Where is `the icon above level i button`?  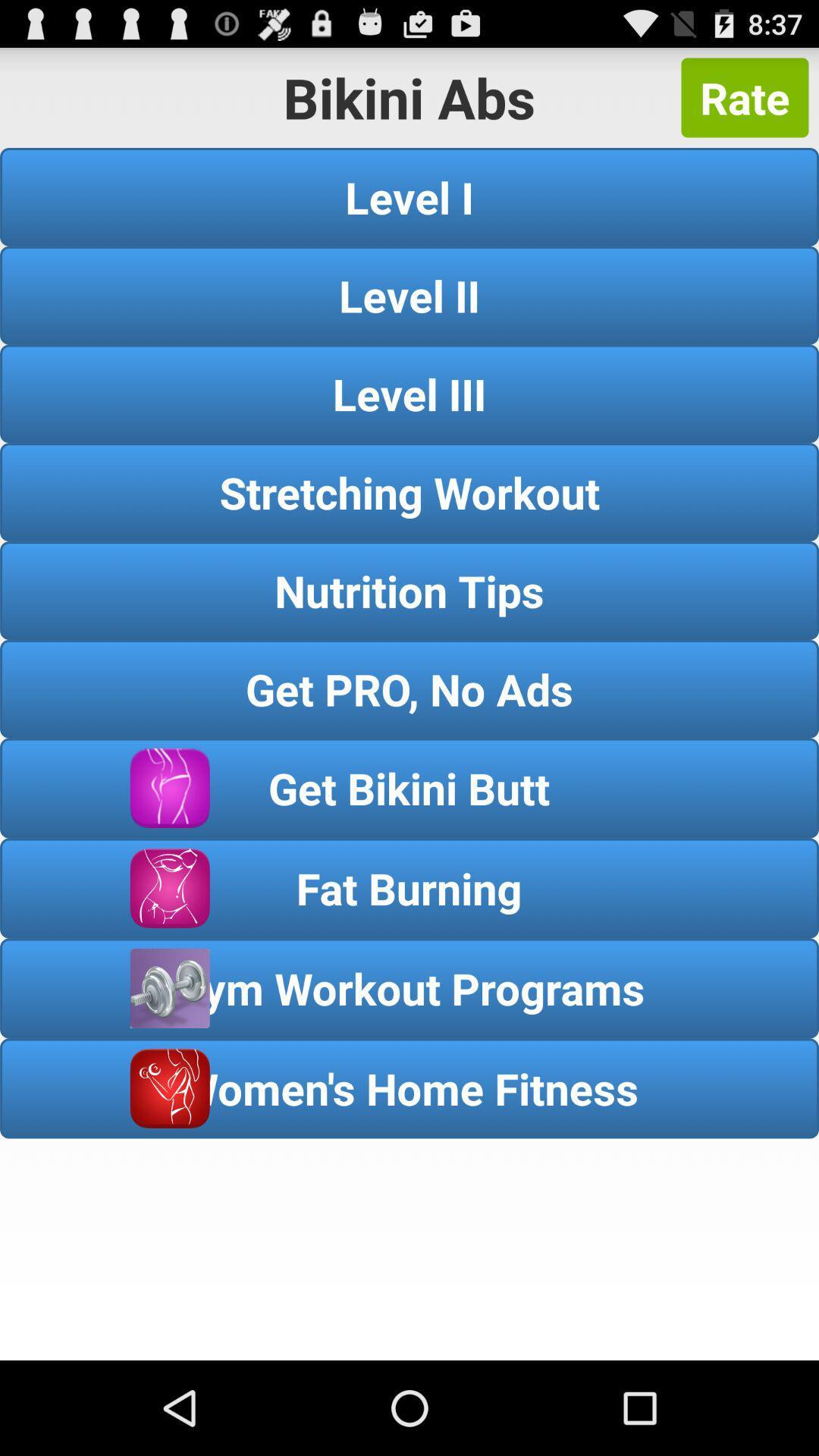 the icon above level i button is located at coordinates (744, 97).